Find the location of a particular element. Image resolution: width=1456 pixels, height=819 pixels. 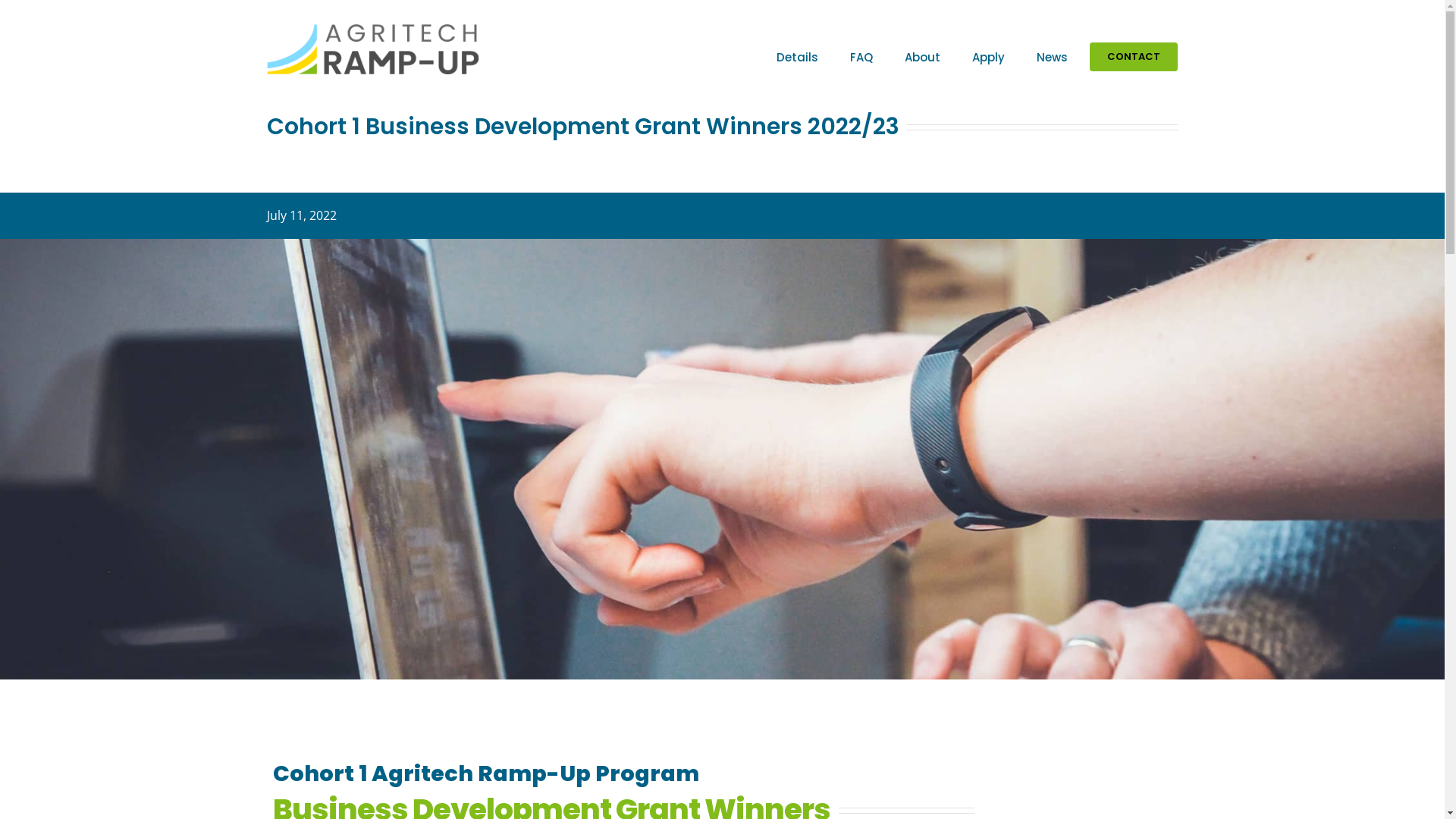

'News' is located at coordinates (1026, 55).